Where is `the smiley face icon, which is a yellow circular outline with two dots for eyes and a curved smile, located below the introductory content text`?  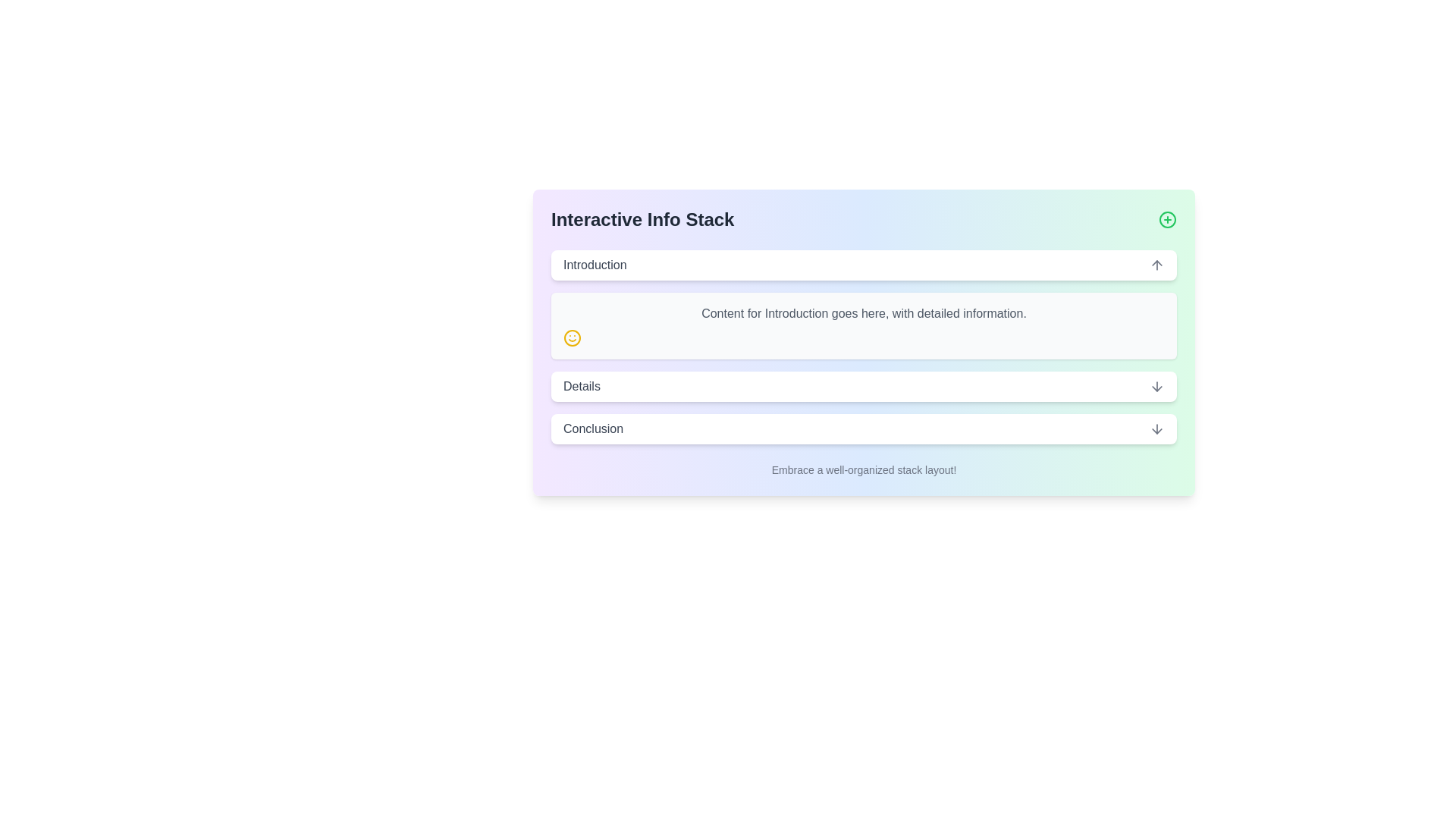
the smiley face icon, which is a yellow circular outline with two dots for eyes and a curved smile, located below the introductory content text is located at coordinates (571, 337).